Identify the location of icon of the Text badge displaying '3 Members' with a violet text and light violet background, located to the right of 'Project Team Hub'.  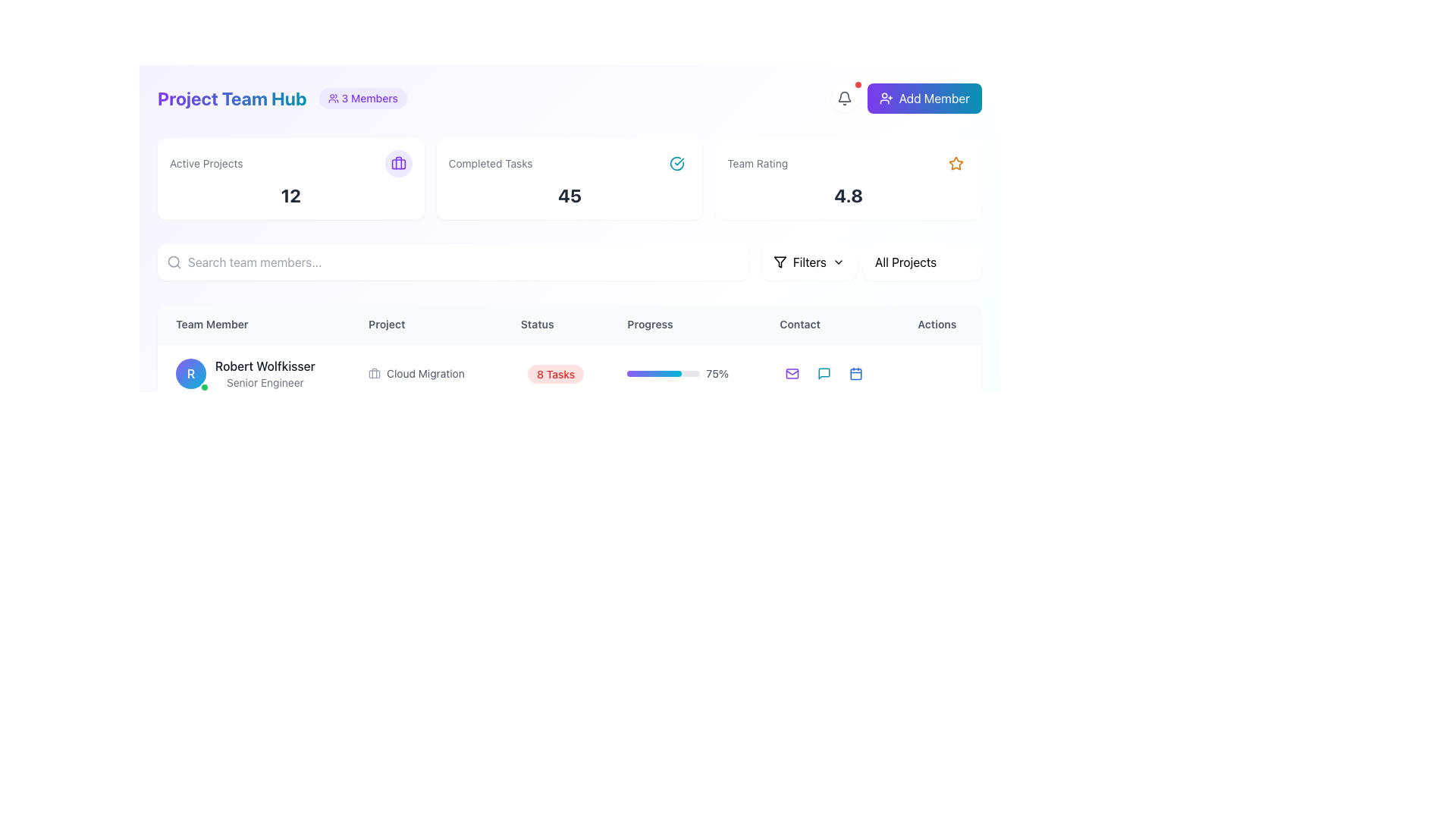
(362, 99).